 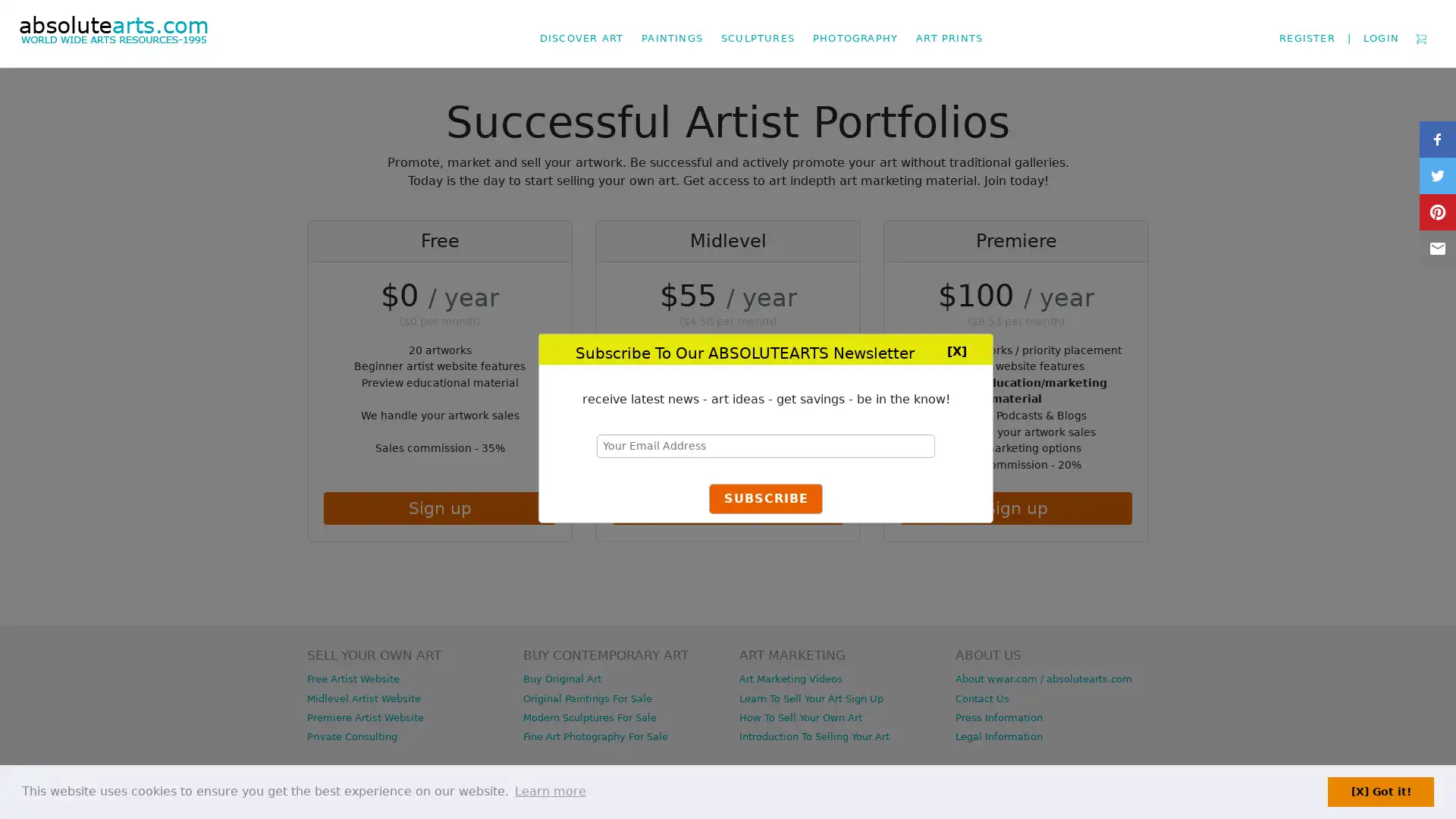 I want to click on learn more about cookies, so click(x=549, y=791).